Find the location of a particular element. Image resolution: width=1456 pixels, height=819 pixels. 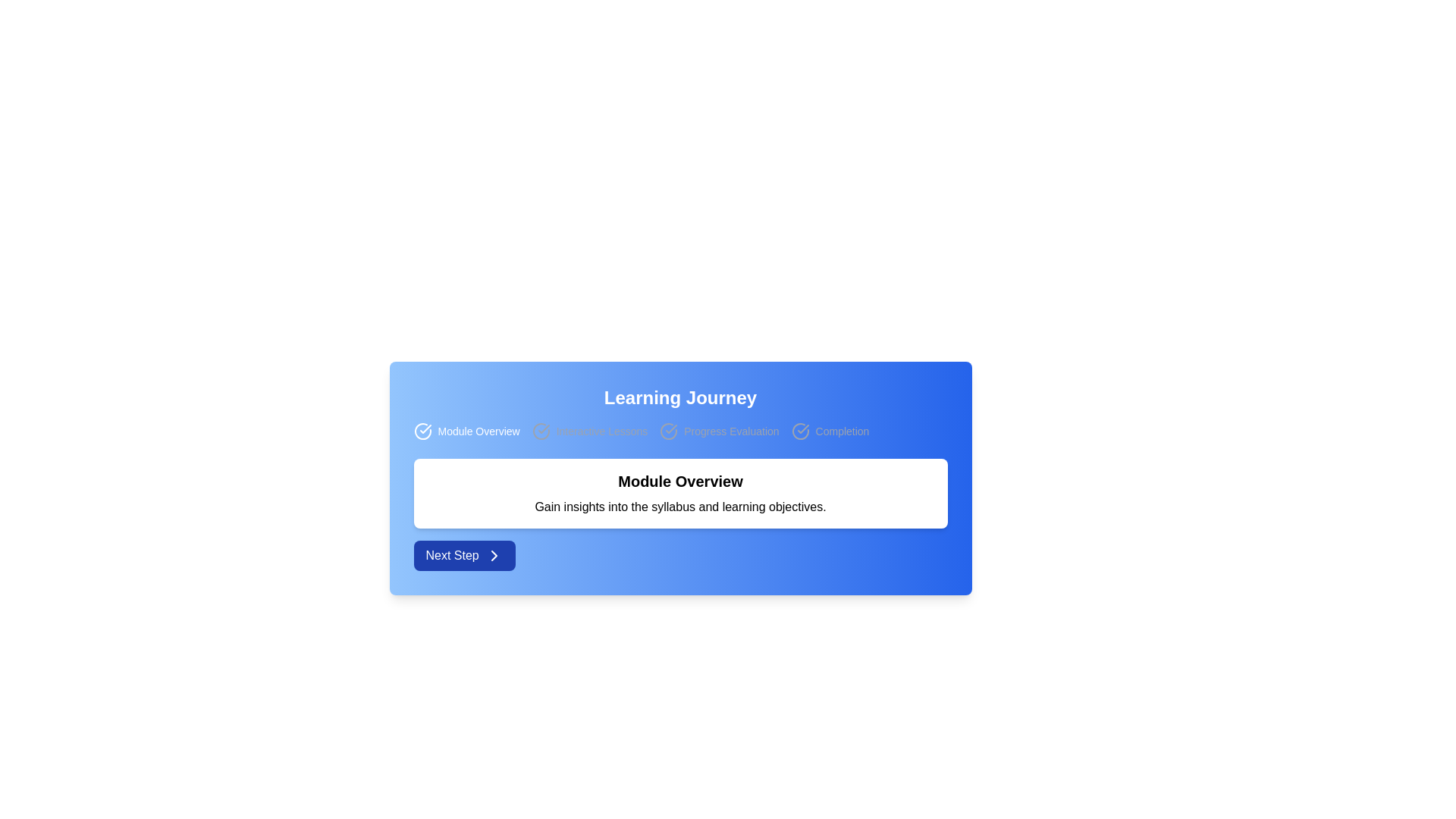

the visual state of the circular progress icon with a check mark, located in the top-left corner of the blue card layout is located at coordinates (422, 431).